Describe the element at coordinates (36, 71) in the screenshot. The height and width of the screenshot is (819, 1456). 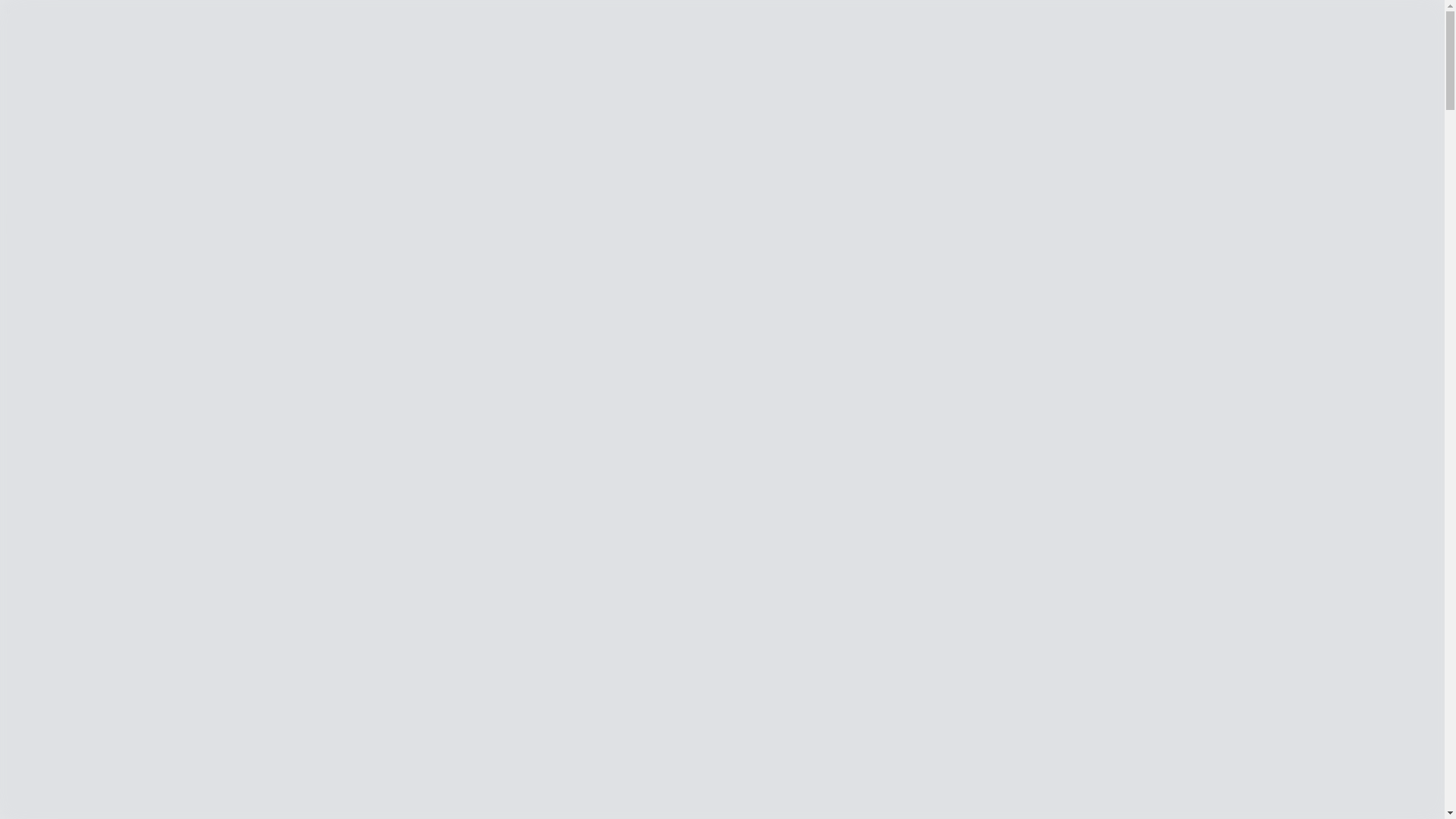
I see `'Enter Now'` at that location.